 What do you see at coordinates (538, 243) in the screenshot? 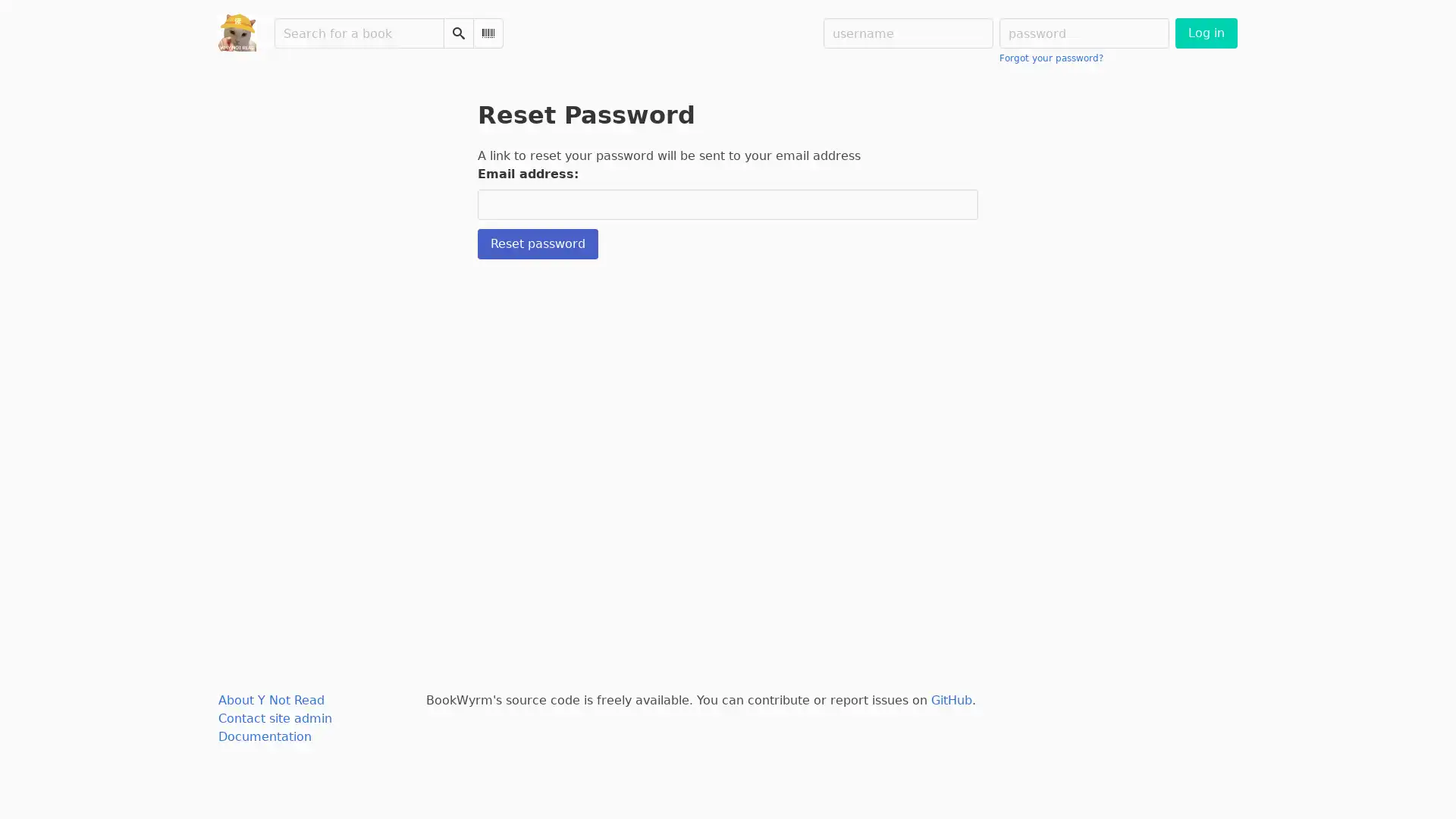
I see `Reset password` at bounding box center [538, 243].